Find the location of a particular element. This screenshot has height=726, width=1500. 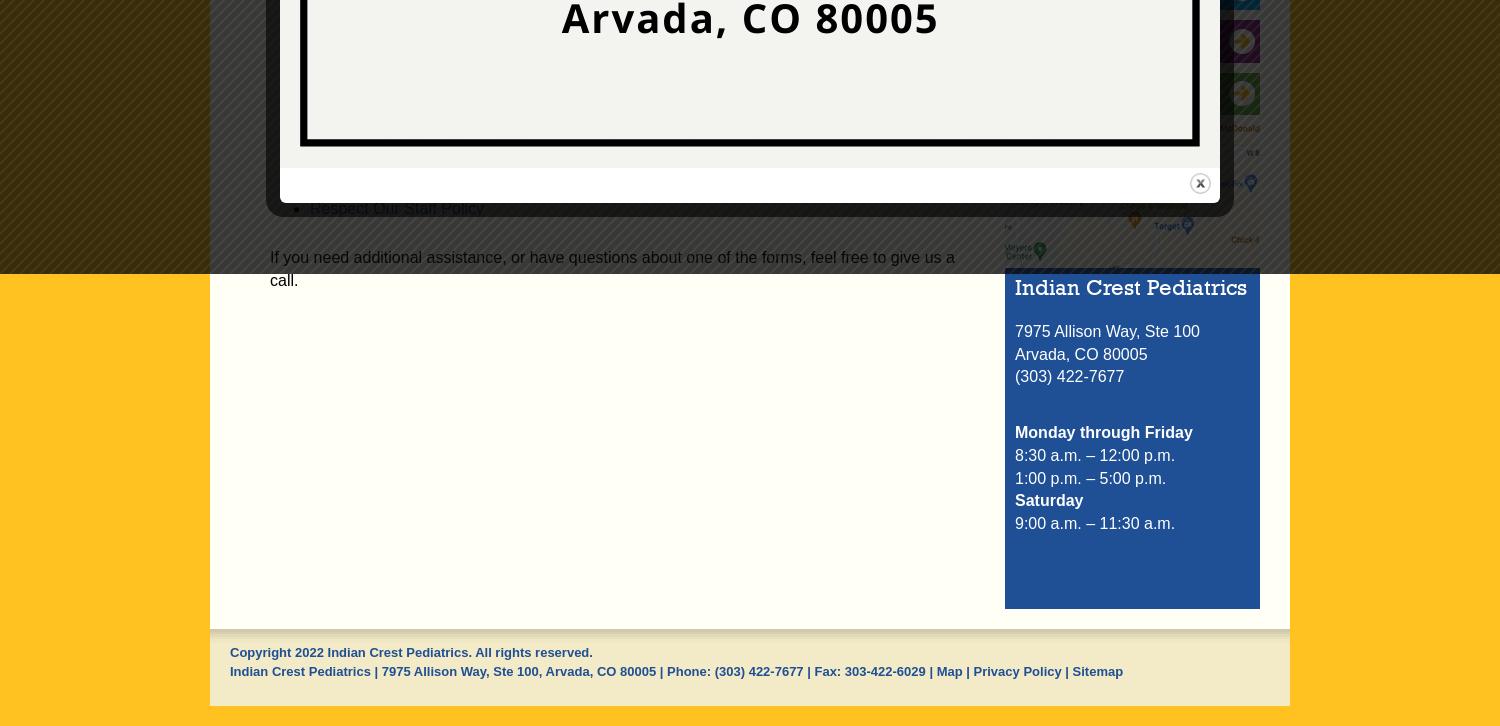

'Map' is located at coordinates (948, 669).